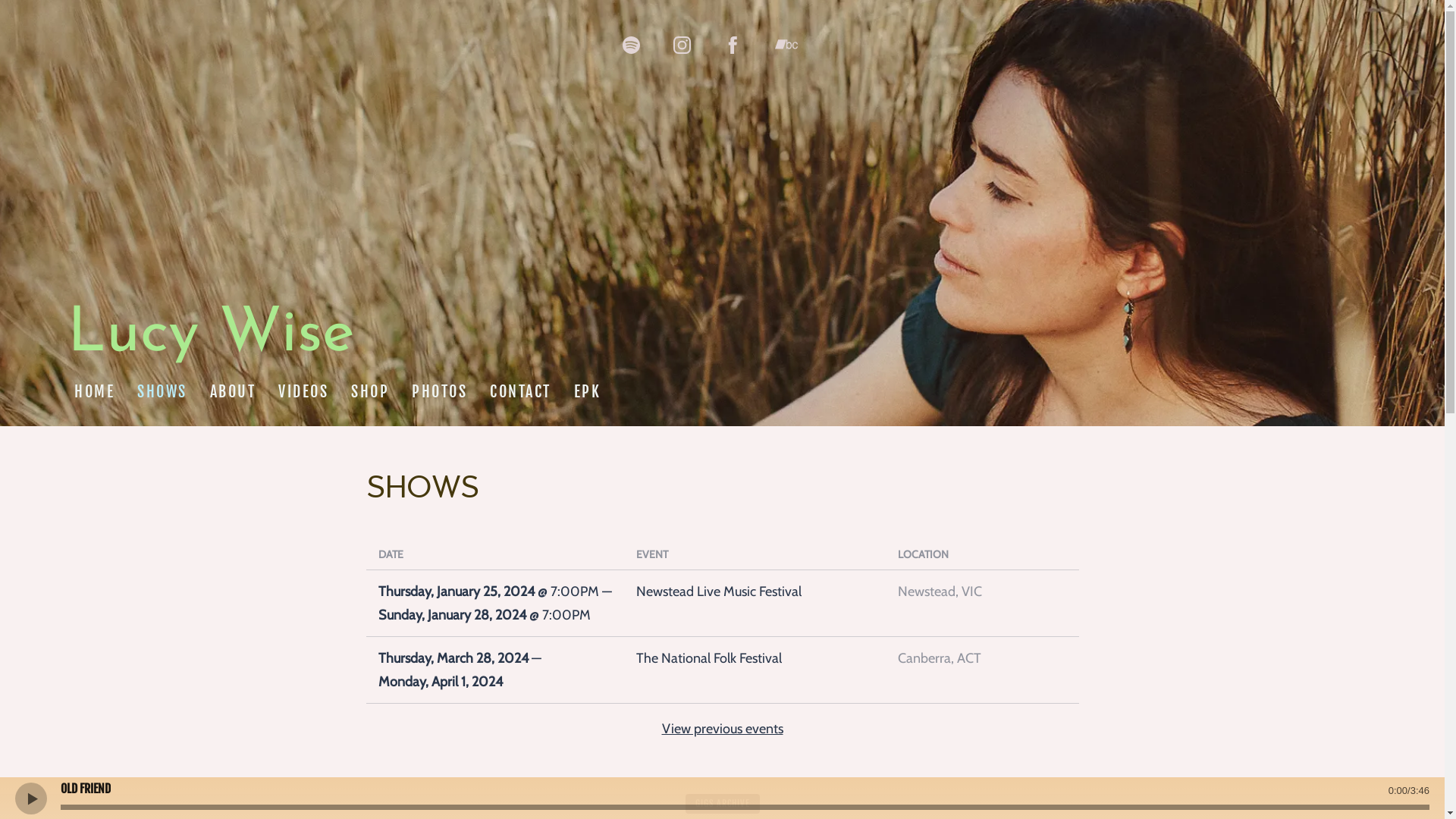  What do you see at coordinates (370, 391) in the screenshot?
I see `'SHOP'` at bounding box center [370, 391].